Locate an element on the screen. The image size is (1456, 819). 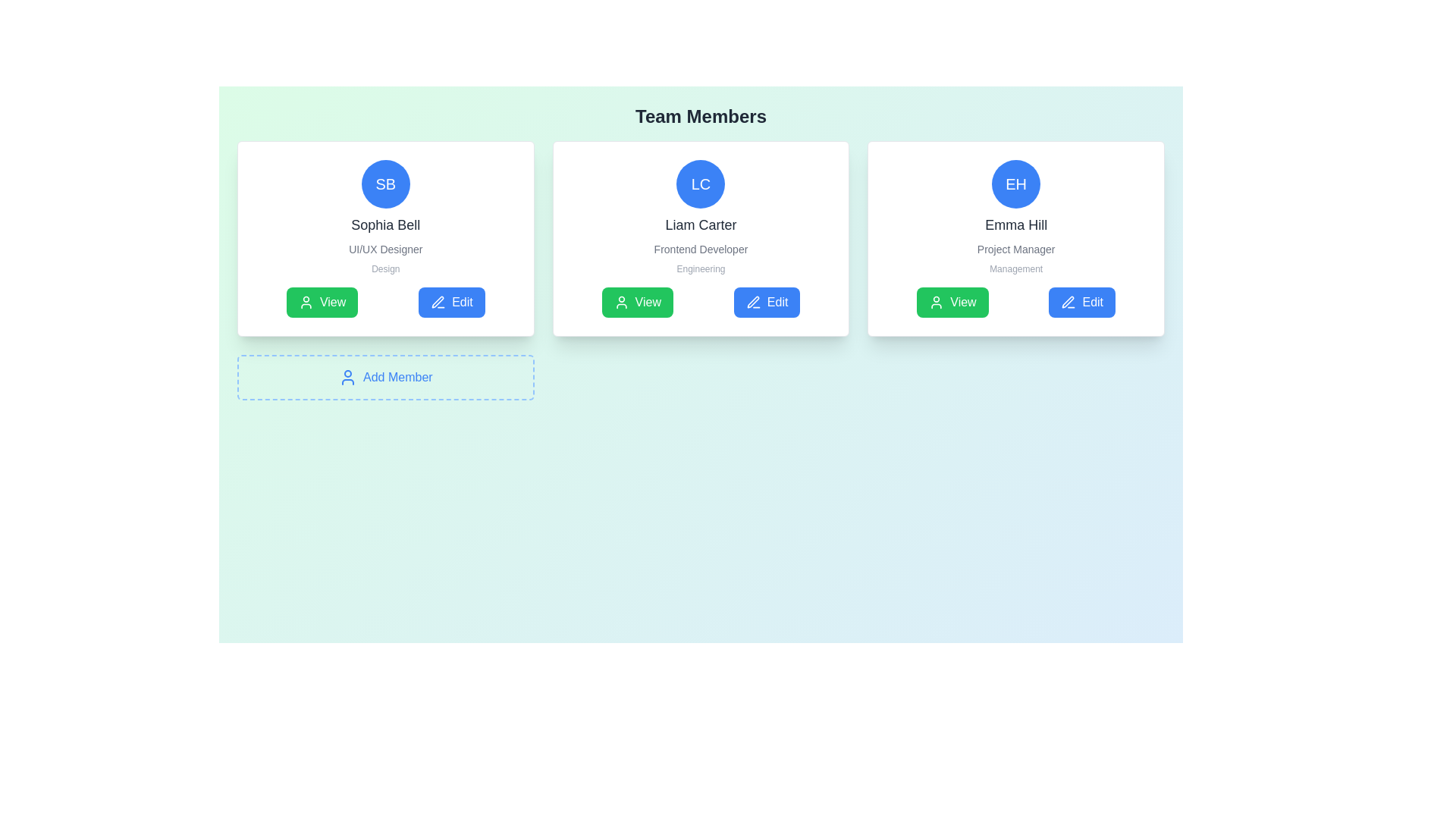
the circular blue avatar with the initials 'LC' displayed in white text, located at the top-center of the profile card above the text labels for 'Liam Carter', 'Frontend Developer', and 'Engineering' is located at coordinates (700, 184).